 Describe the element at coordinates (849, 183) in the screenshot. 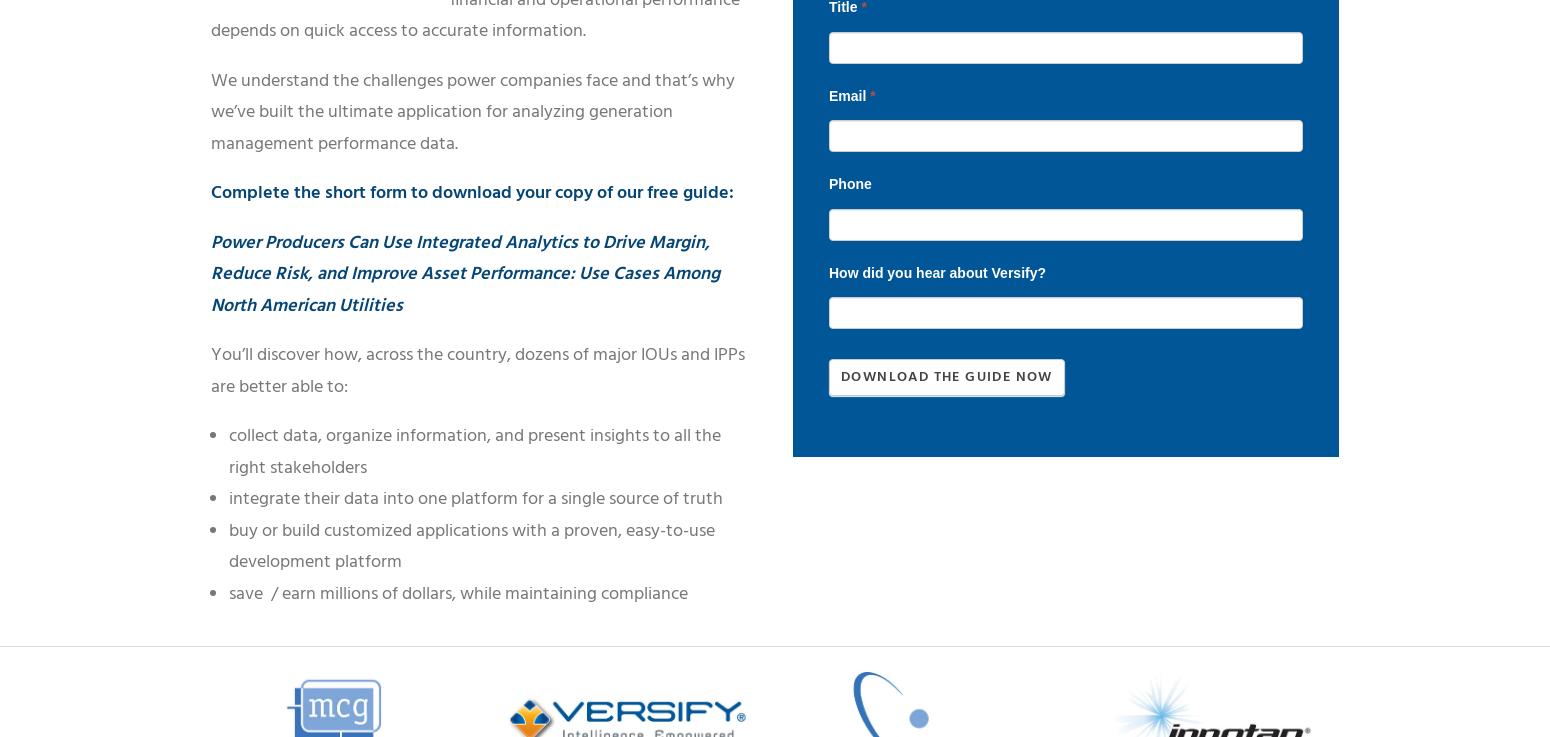

I see `'Phone'` at that location.